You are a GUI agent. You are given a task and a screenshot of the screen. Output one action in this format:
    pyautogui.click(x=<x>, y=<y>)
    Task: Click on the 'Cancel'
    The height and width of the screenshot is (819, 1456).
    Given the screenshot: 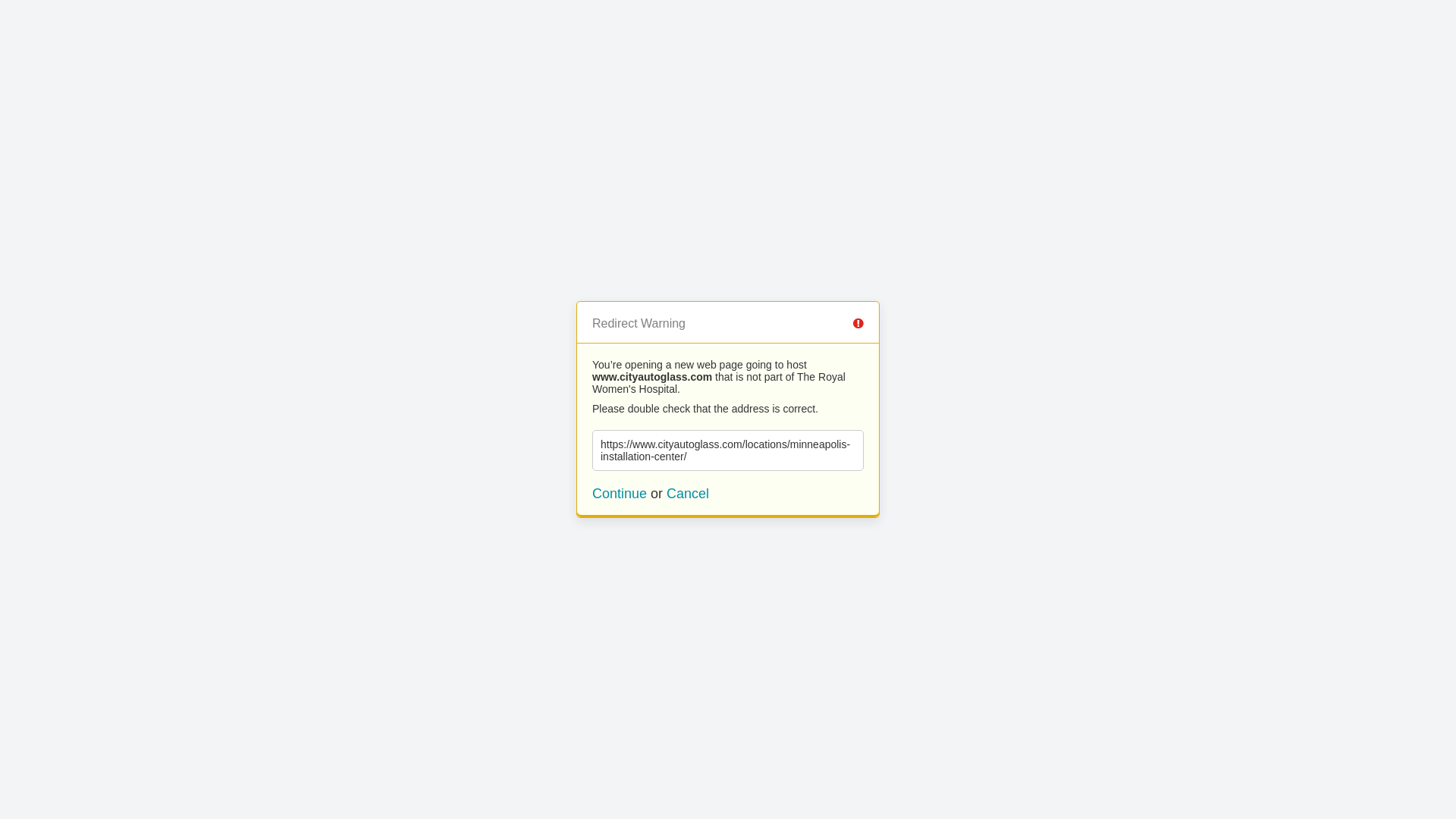 What is the action you would take?
    pyautogui.click(x=666, y=494)
    